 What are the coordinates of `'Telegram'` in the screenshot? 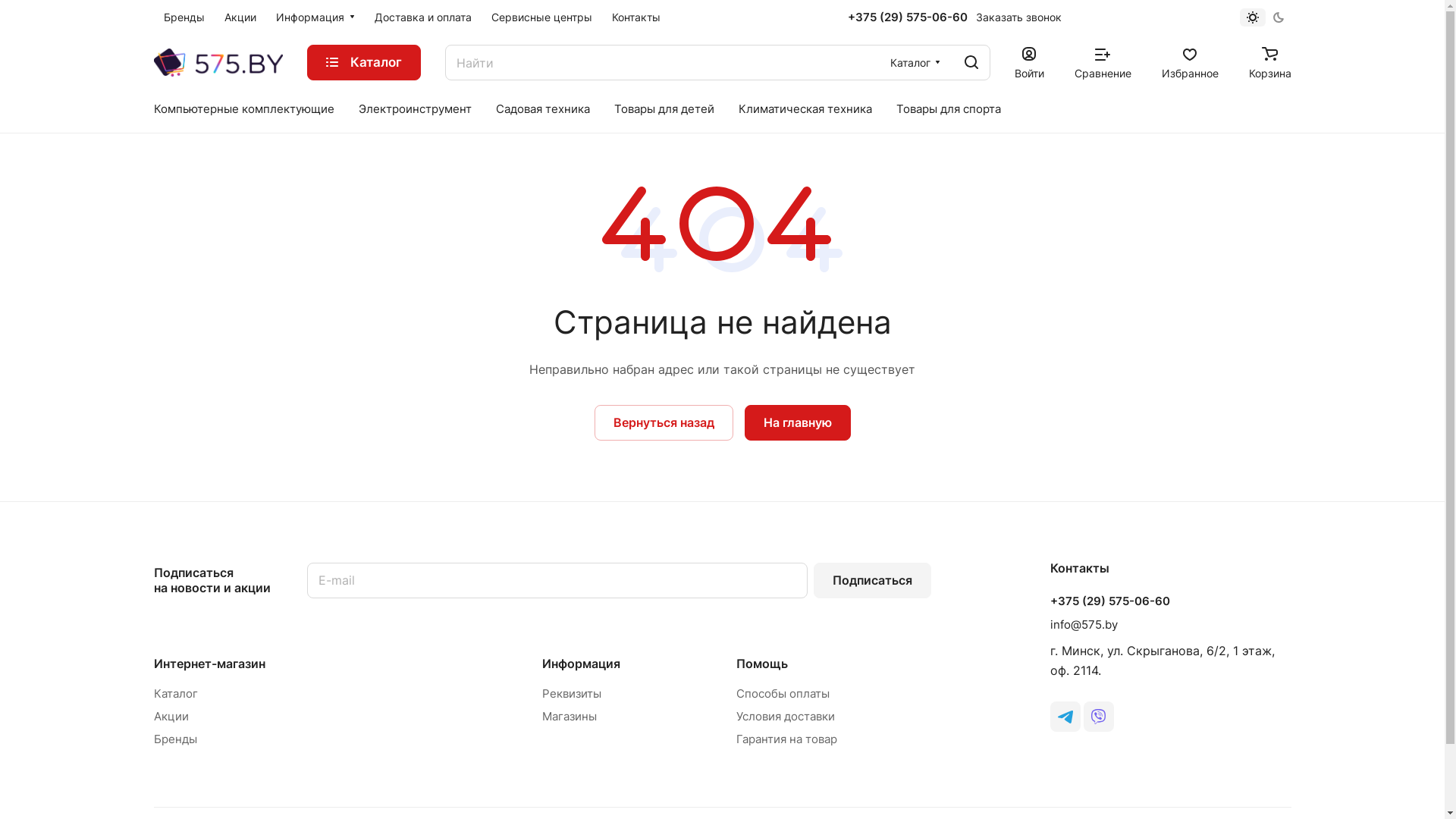 It's located at (1048, 717).